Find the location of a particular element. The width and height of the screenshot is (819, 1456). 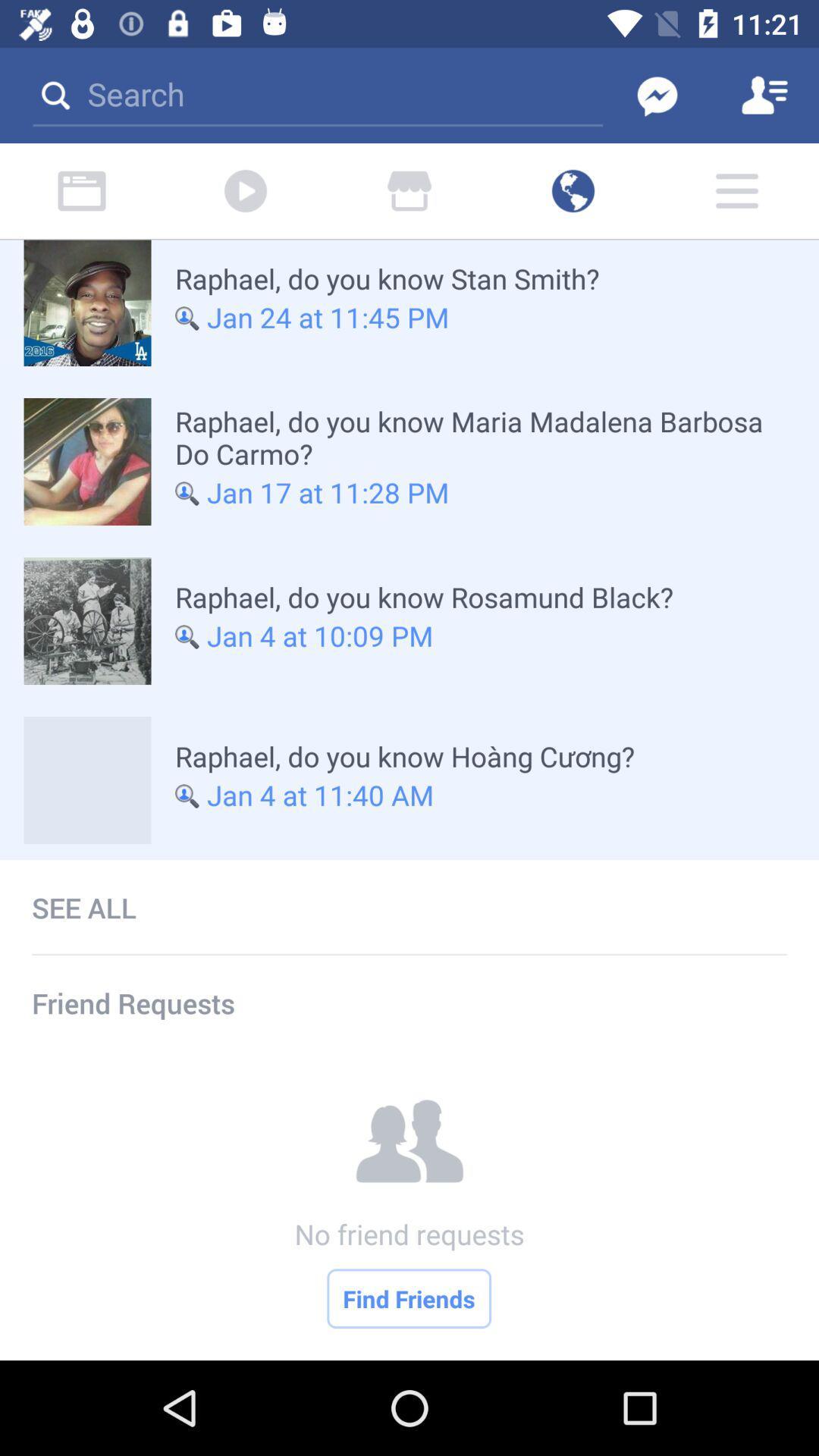

the menu icon is located at coordinates (736, 190).